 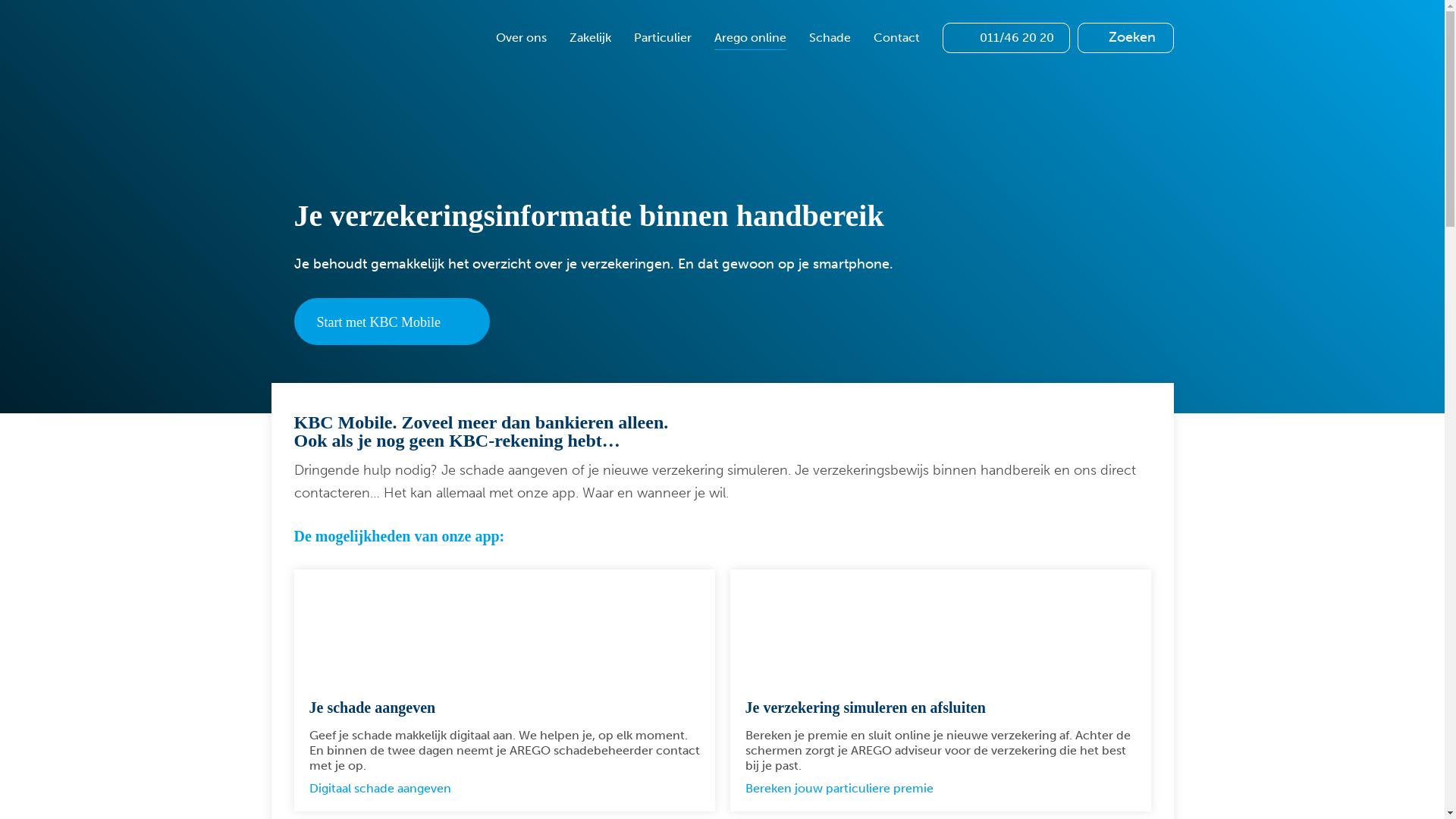 What do you see at coordinates (941, 37) in the screenshot?
I see `'011/46 20 20'` at bounding box center [941, 37].